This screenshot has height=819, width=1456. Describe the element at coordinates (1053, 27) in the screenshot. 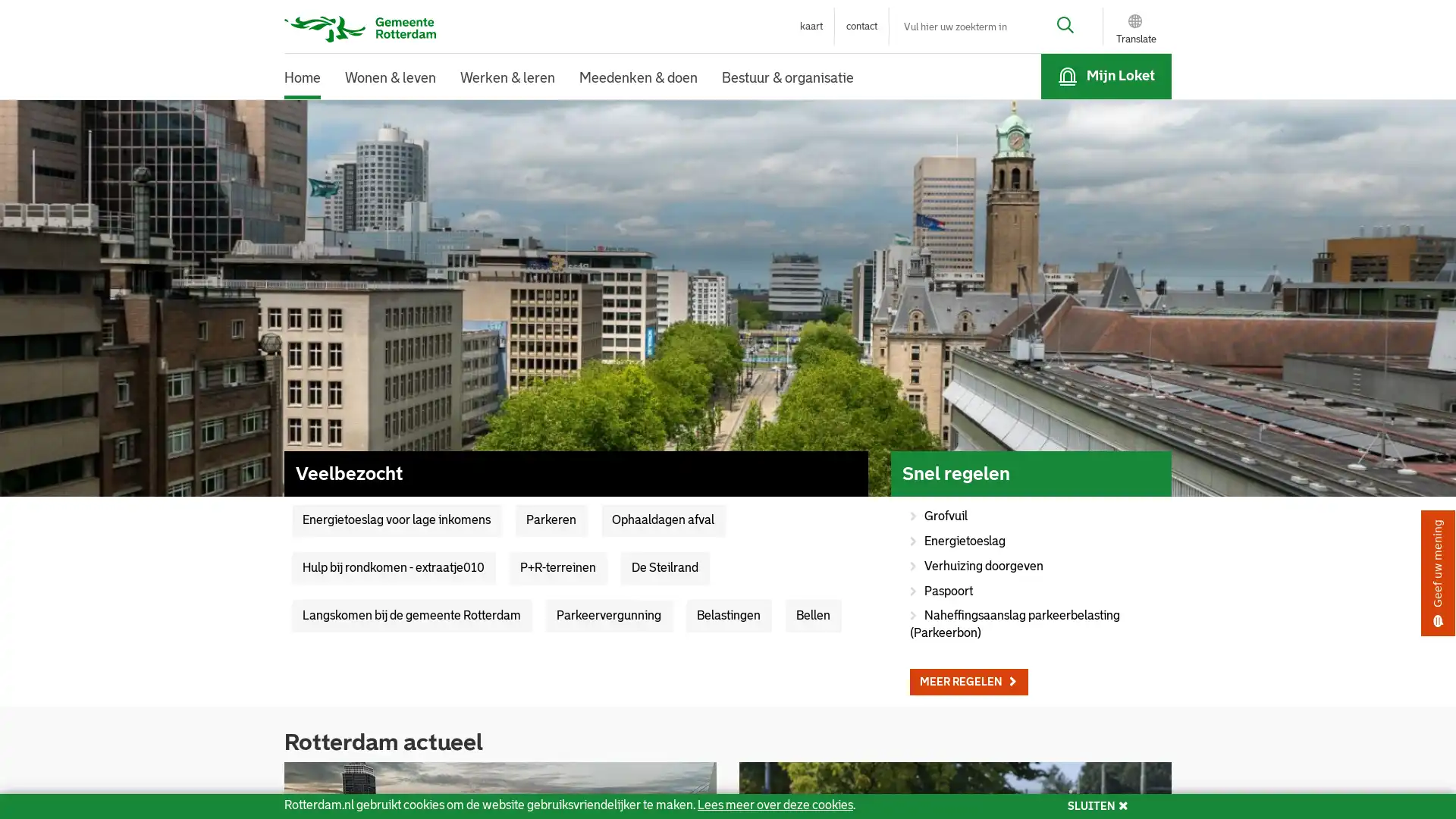

I see `Zoek` at that location.